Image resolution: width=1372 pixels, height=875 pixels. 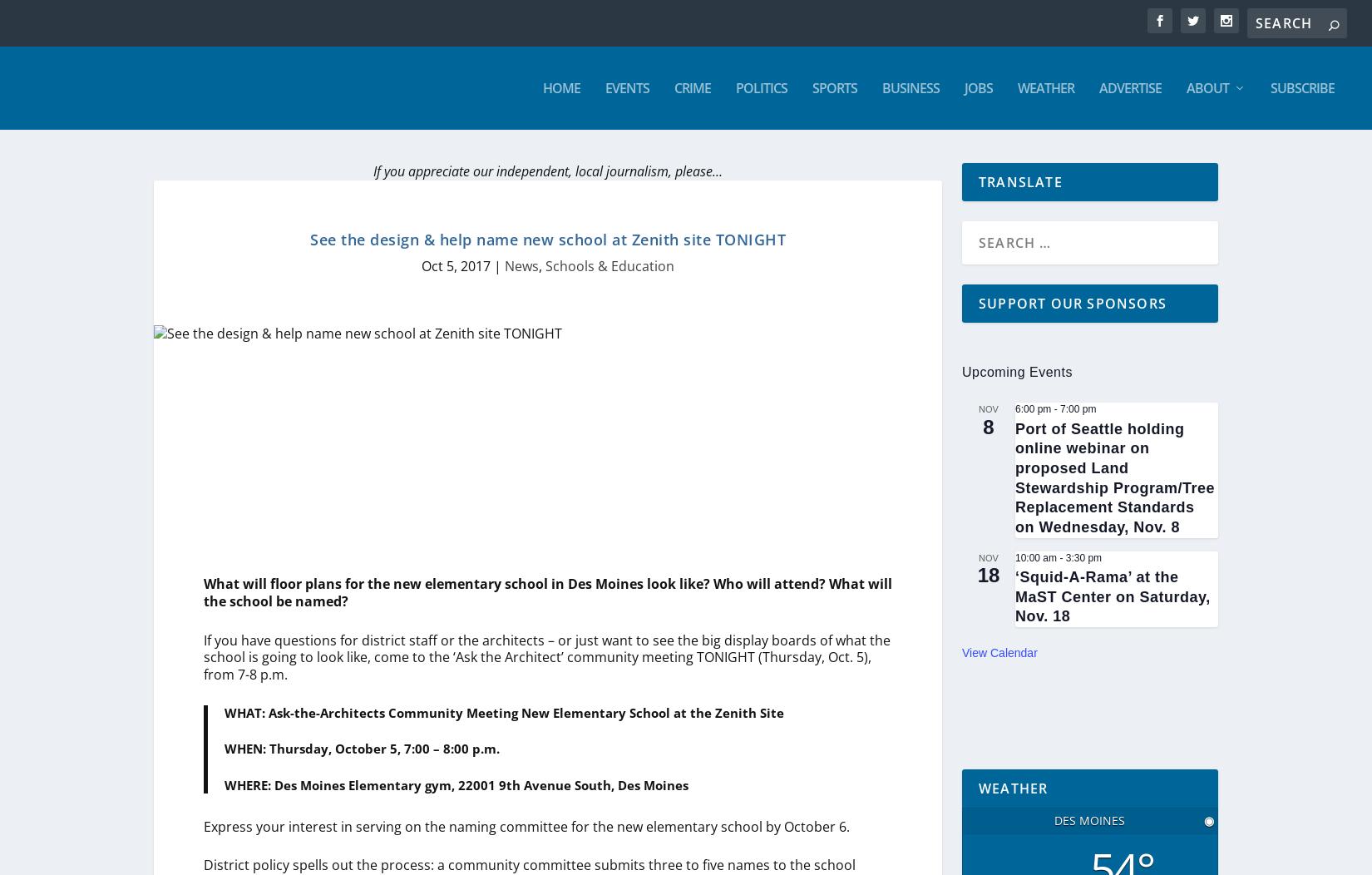 What do you see at coordinates (455, 265) in the screenshot?
I see `'Oct 5, 2017'` at bounding box center [455, 265].